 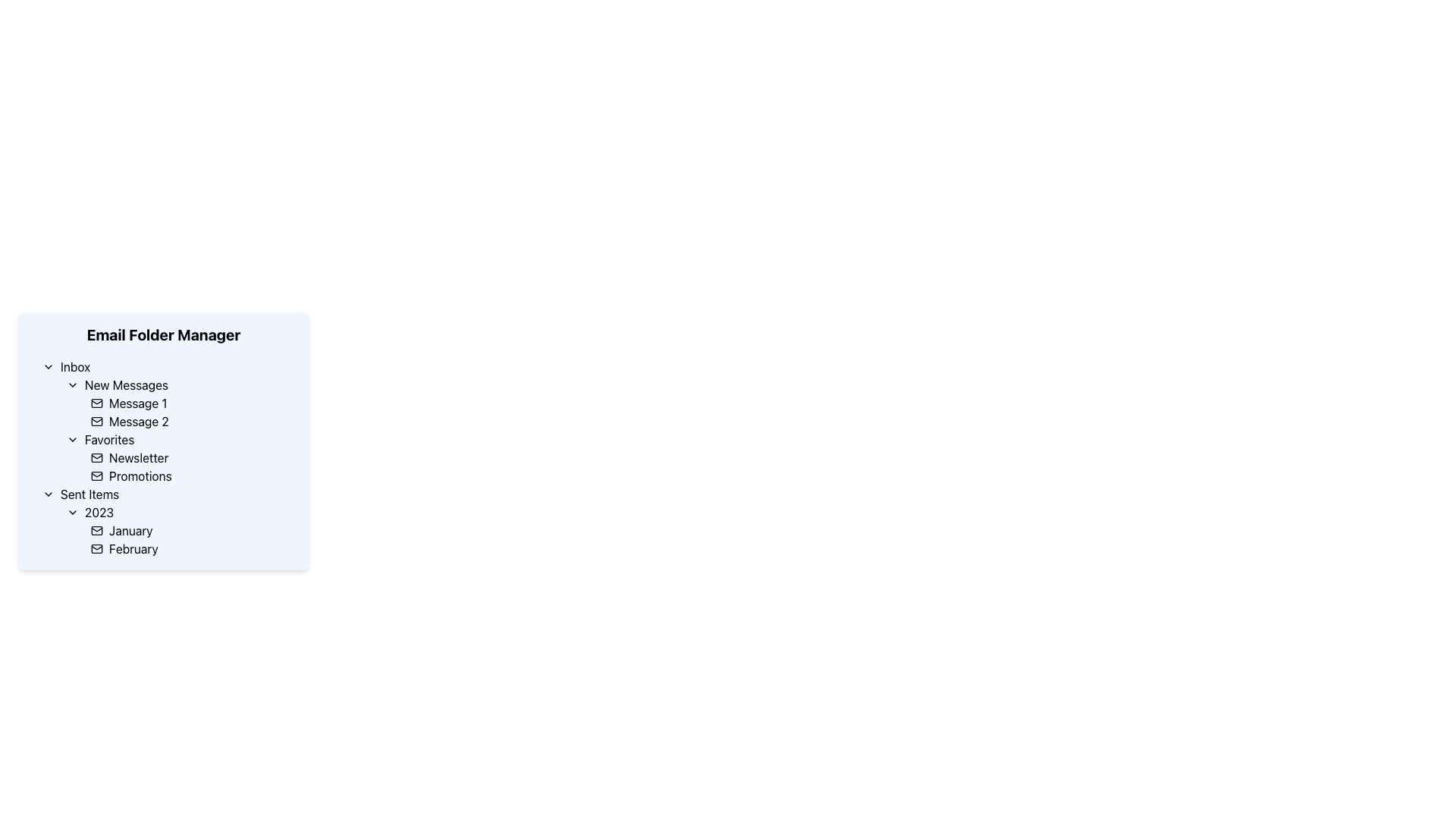 What do you see at coordinates (139, 457) in the screenshot?
I see `the text label 'Newsletter' located in the 'Favorites' section of the menu` at bounding box center [139, 457].